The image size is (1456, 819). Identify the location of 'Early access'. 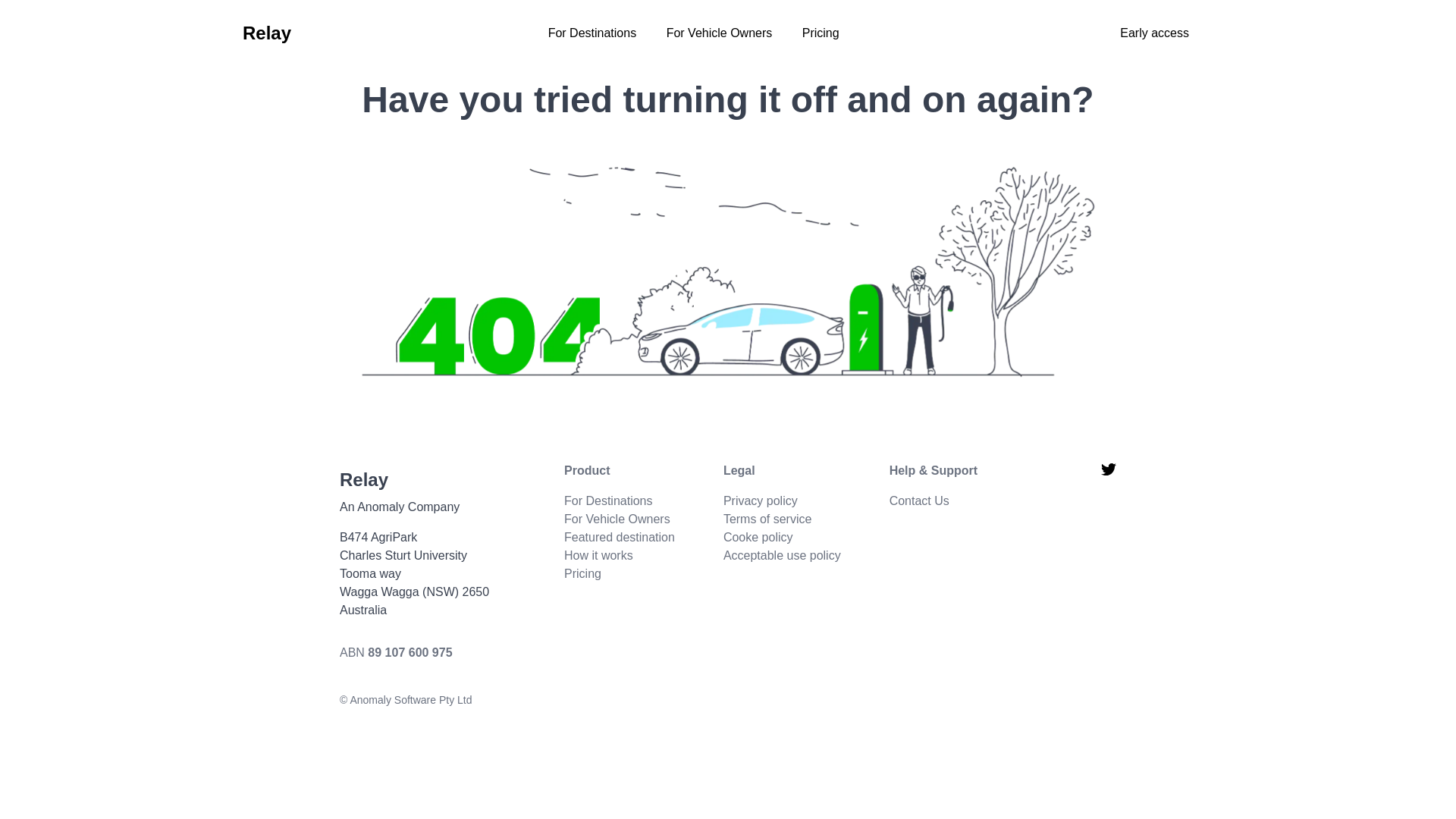
(1153, 33).